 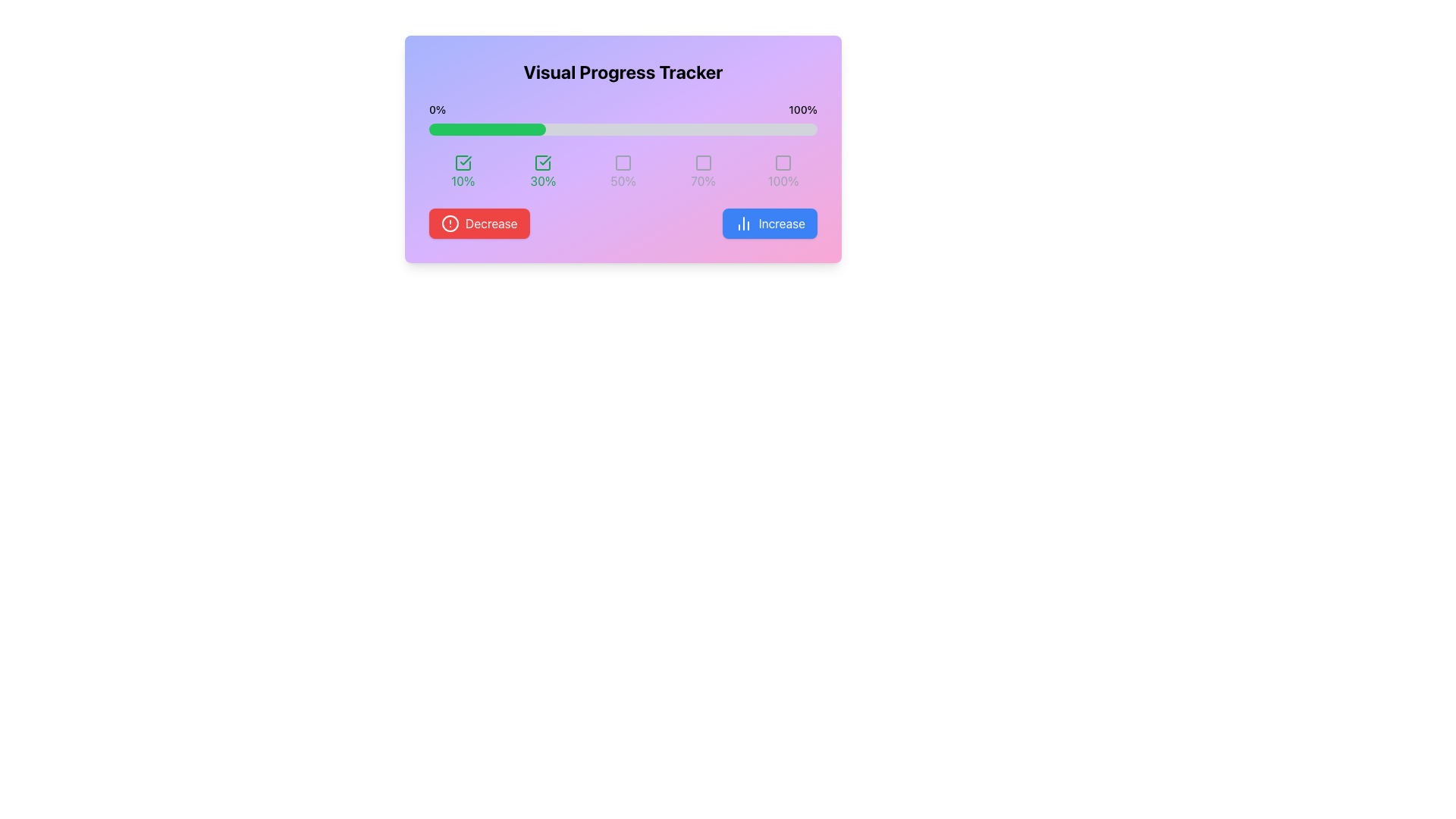 What do you see at coordinates (743, 223) in the screenshot?
I see `the bar chart icon within the blue 'Increase' button located at the bottom-right of the card layout` at bounding box center [743, 223].